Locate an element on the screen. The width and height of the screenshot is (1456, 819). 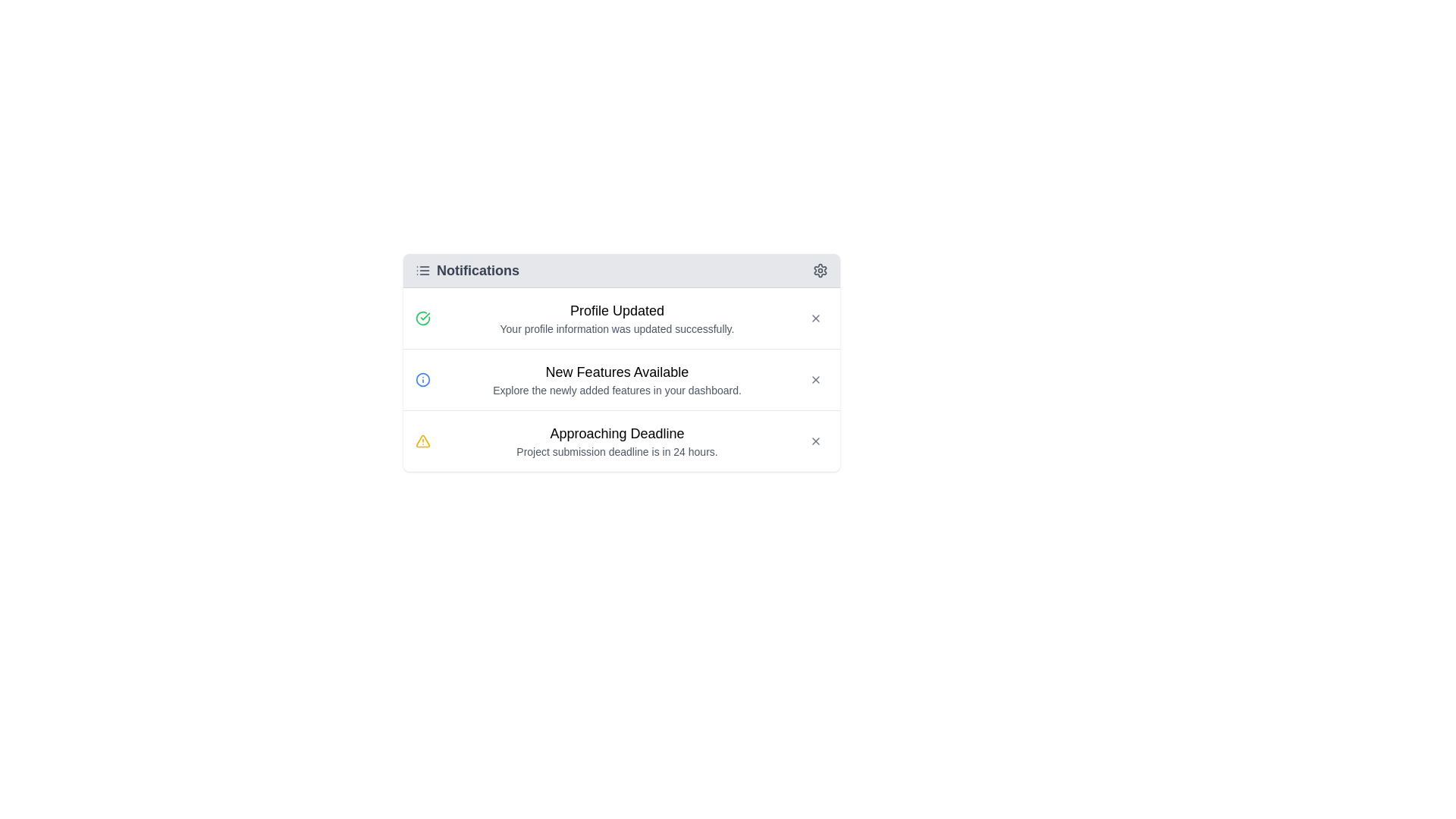
the label indicating successful profile update, which is positioned at the top of the notification card in the notification list is located at coordinates (617, 309).